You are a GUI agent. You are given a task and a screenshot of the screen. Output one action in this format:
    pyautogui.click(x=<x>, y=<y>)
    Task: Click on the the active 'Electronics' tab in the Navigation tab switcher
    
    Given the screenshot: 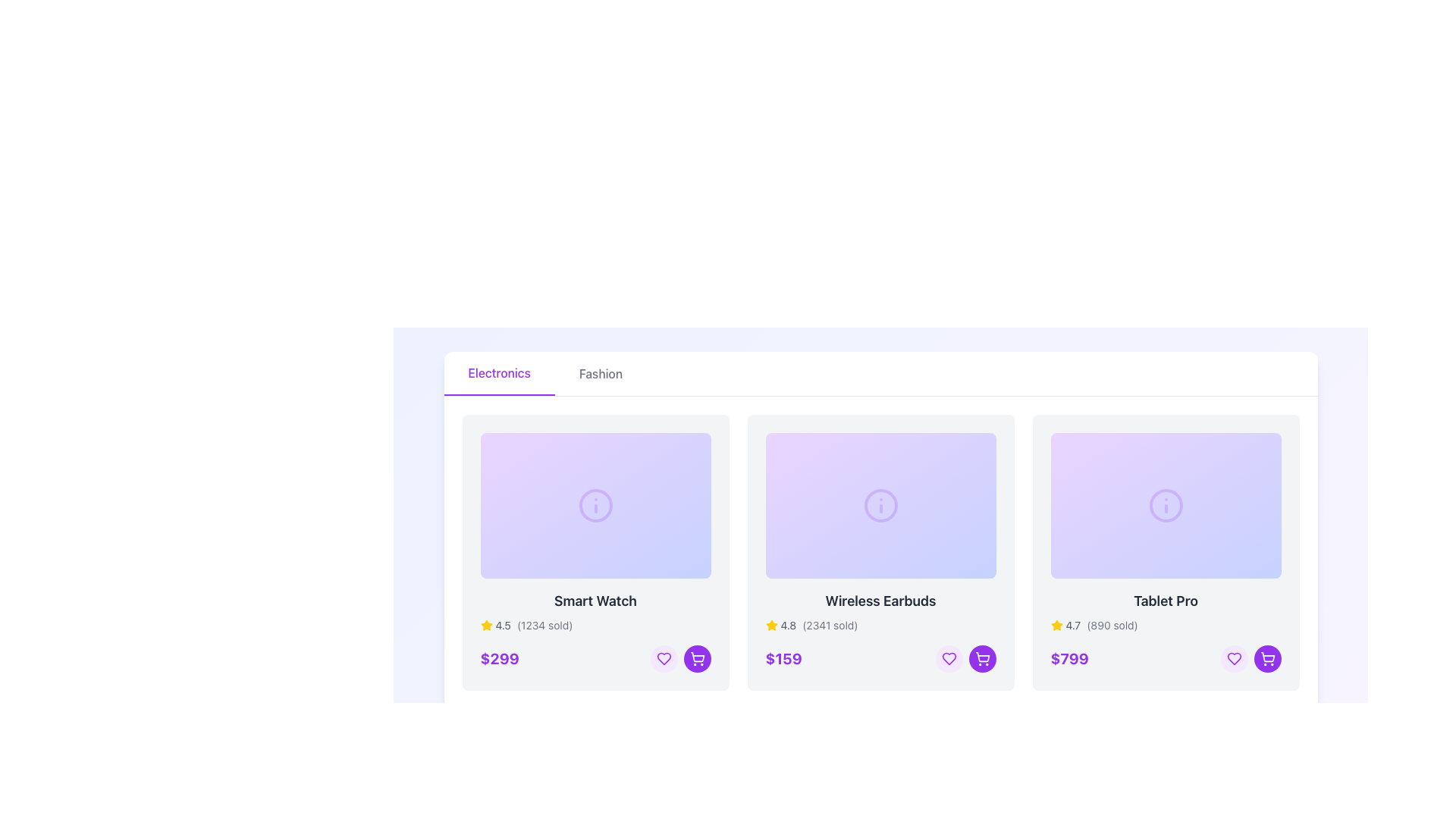 What is the action you would take?
    pyautogui.click(x=880, y=374)
    